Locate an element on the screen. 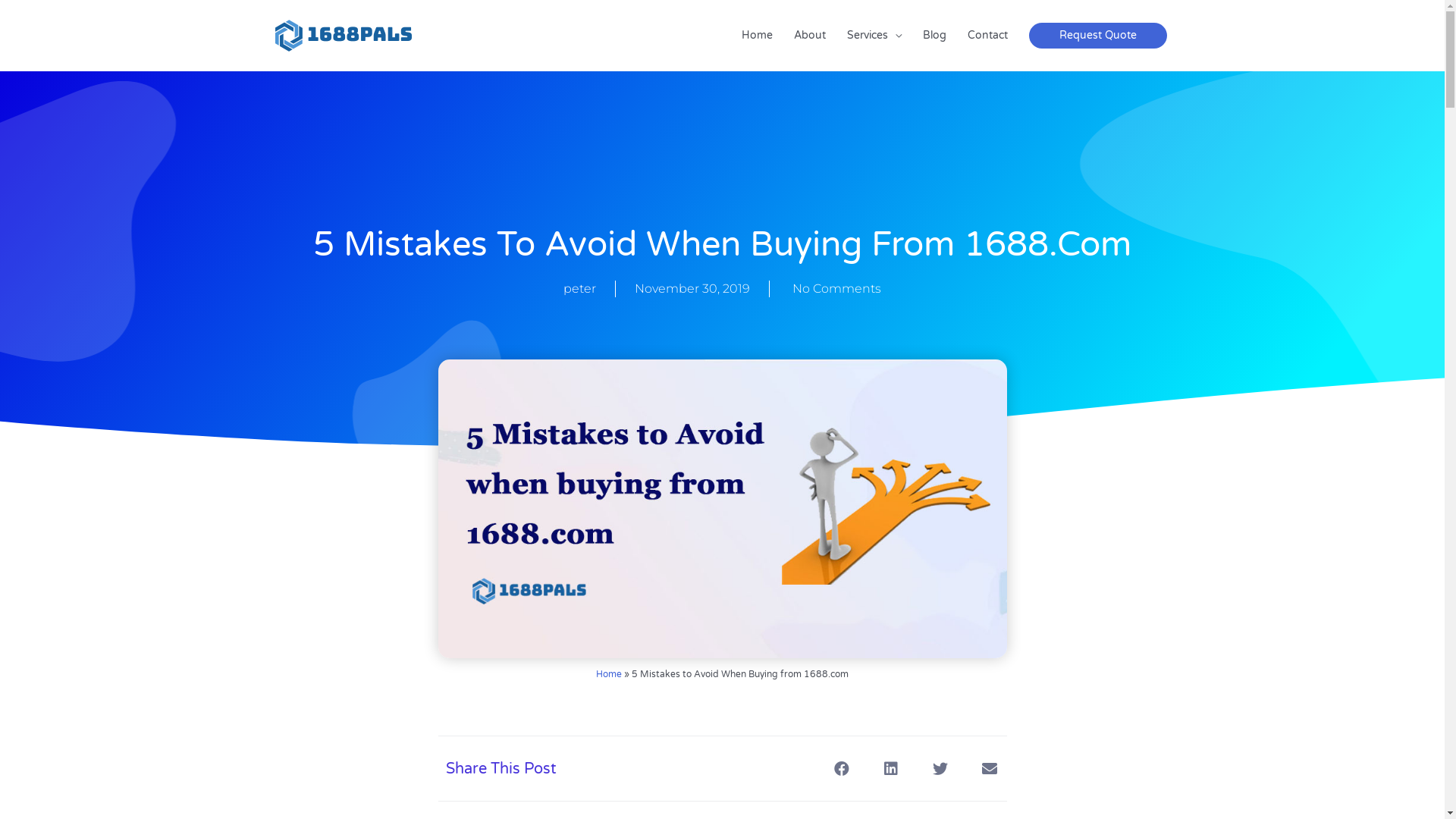 The height and width of the screenshot is (819, 1456). 'Blog' is located at coordinates (933, 34).